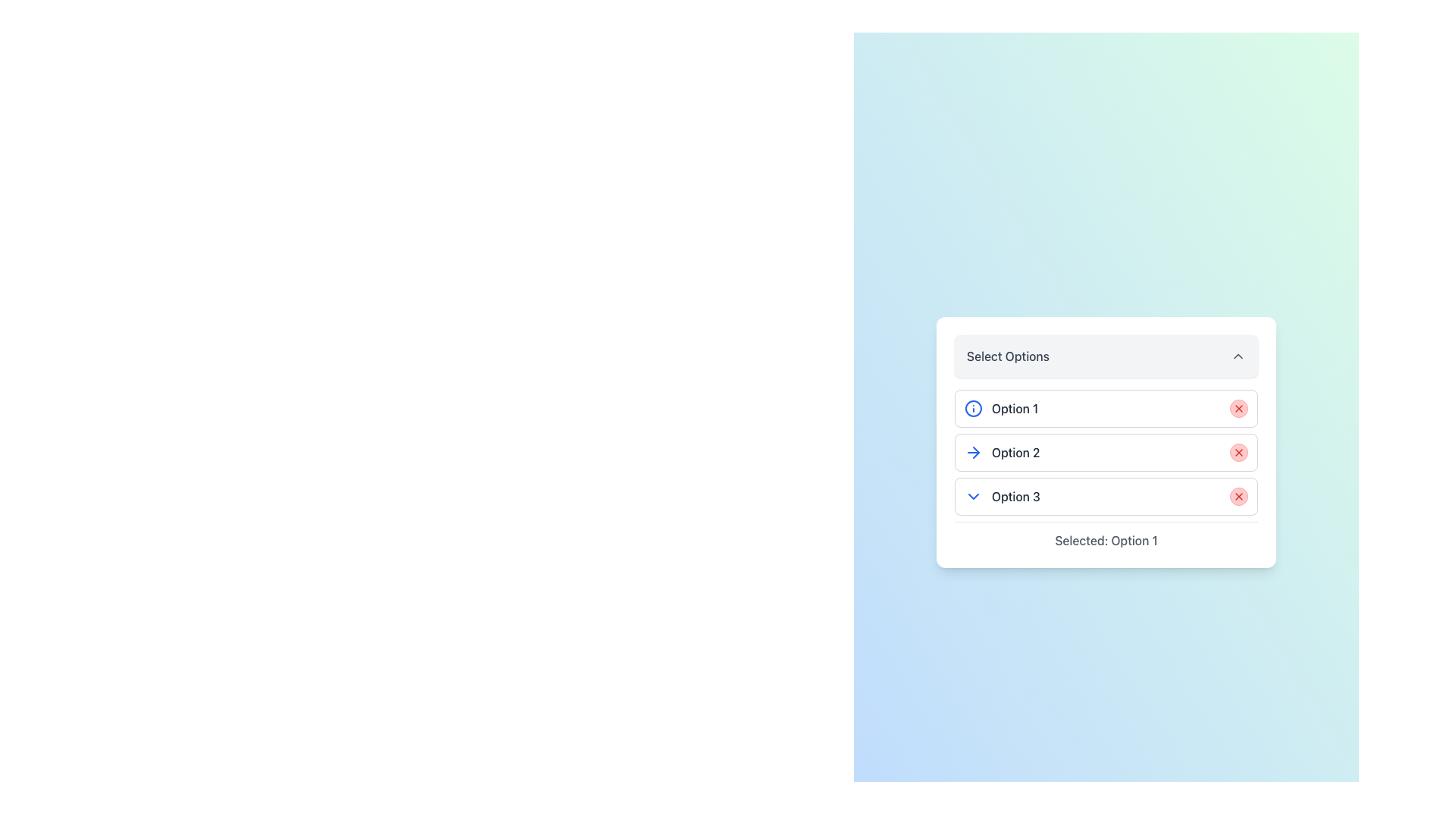  What do you see at coordinates (973, 451) in the screenshot?
I see `the visual indicator icon associated with 'Option 2', positioned to the left of the text 'Option 2'` at bounding box center [973, 451].